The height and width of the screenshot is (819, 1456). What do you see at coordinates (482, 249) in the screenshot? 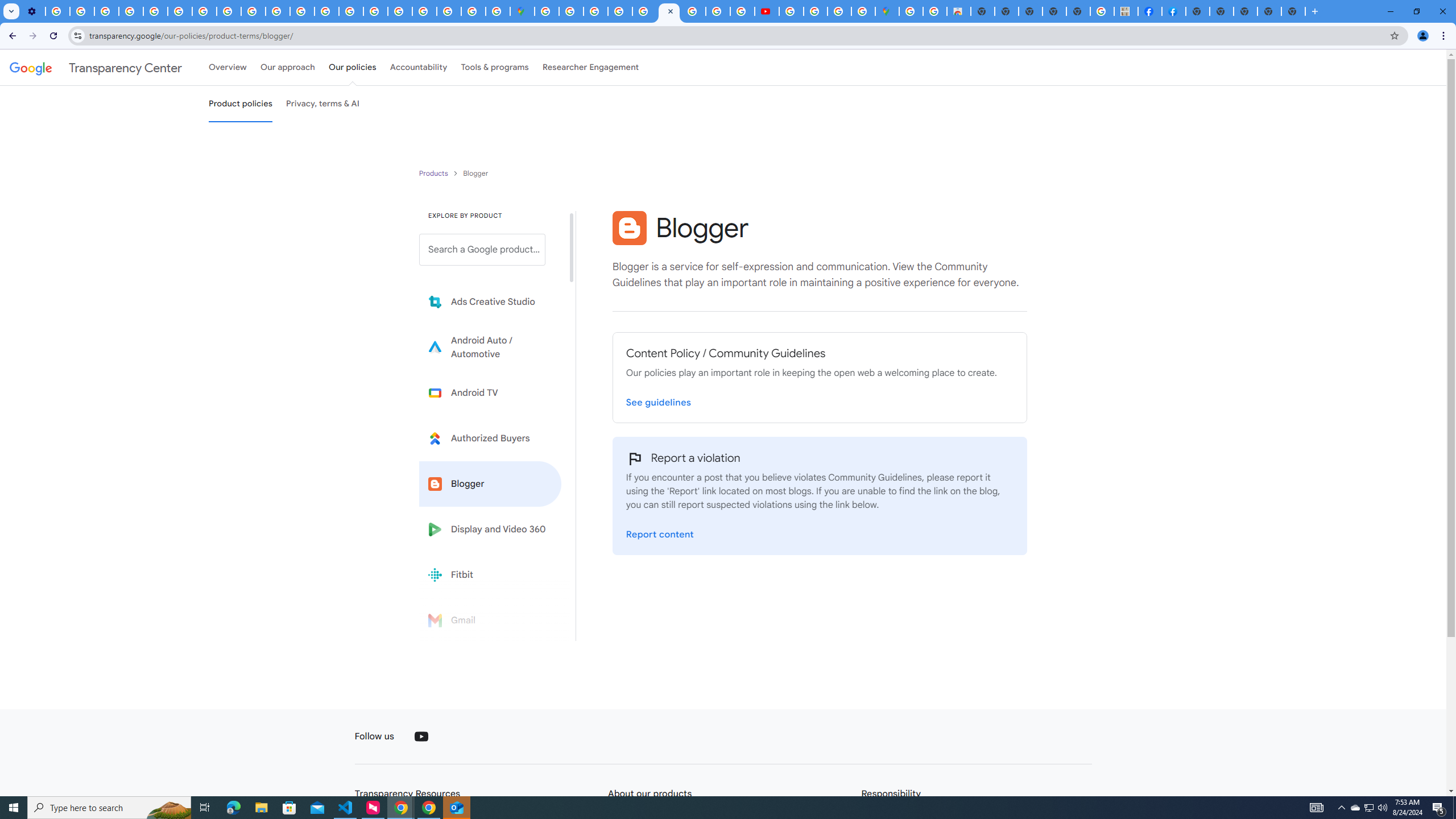
I see `'Search a Google product from below list.'` at bounding box center [482, 249].